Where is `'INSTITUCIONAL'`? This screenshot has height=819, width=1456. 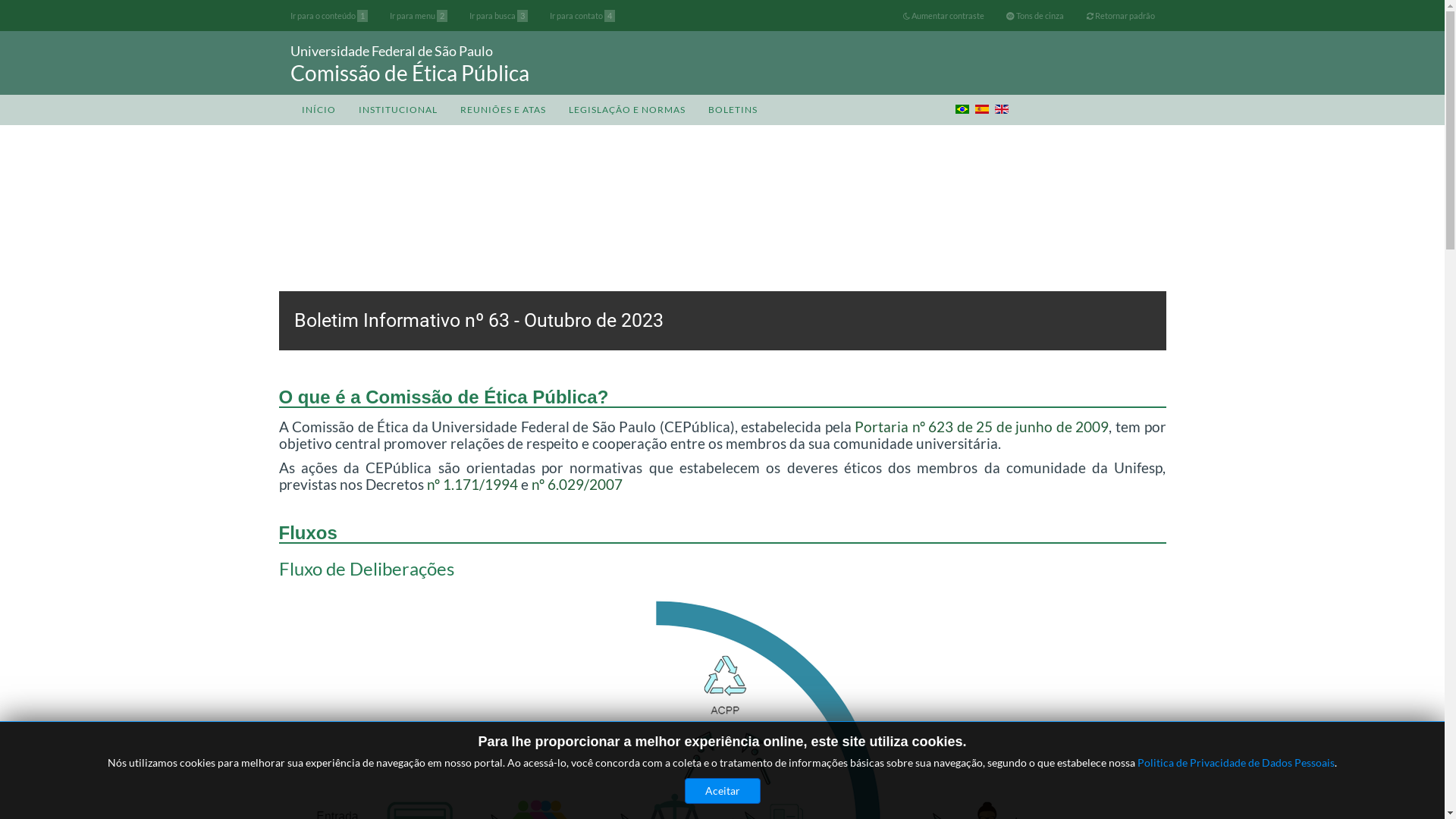 'INSTITUCIONAL' is located at coordinates (397, 109).